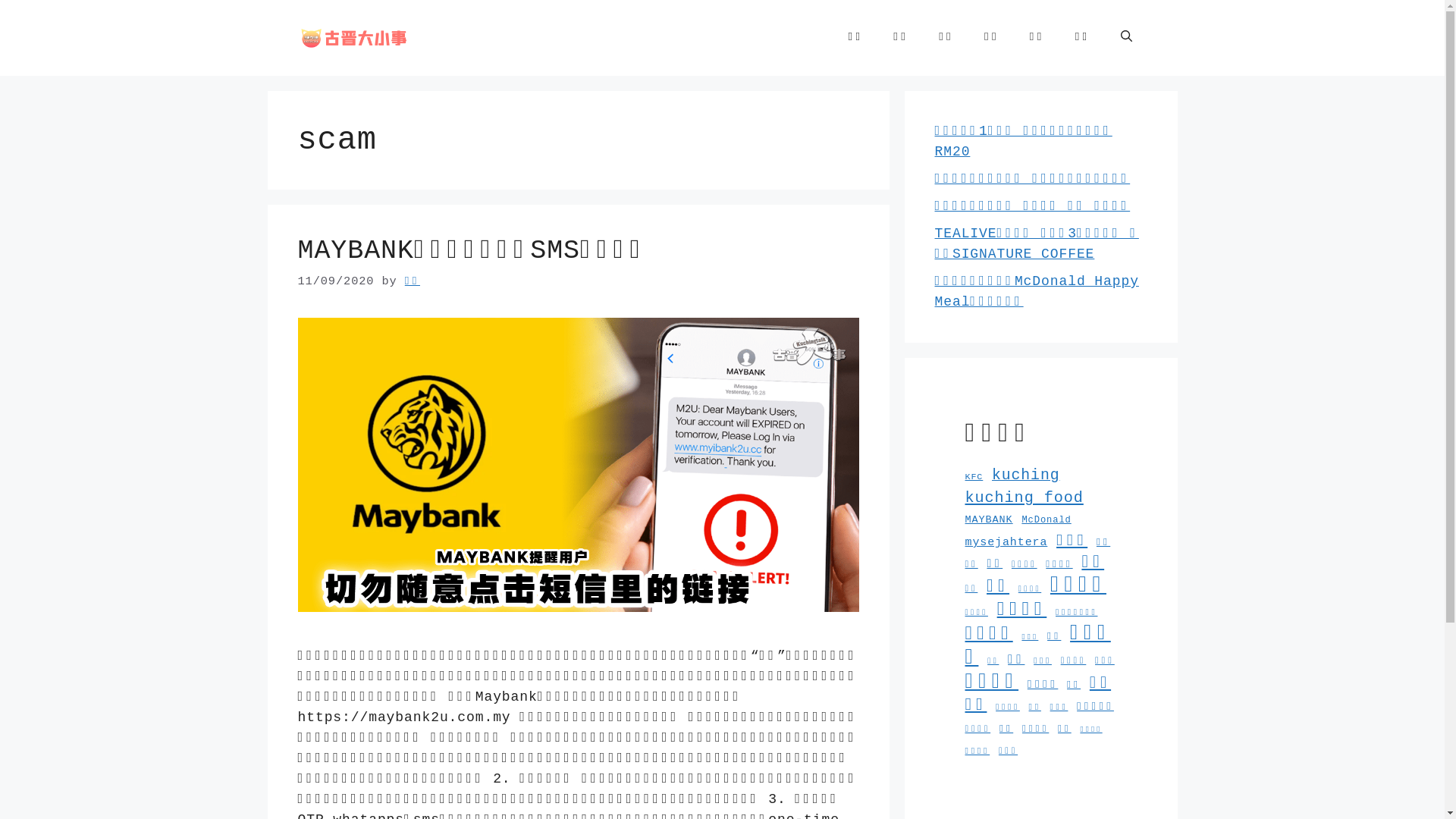 This screenshot has width=1456, height=819. I want to click on 'mysejahtera', so click(964, 541).